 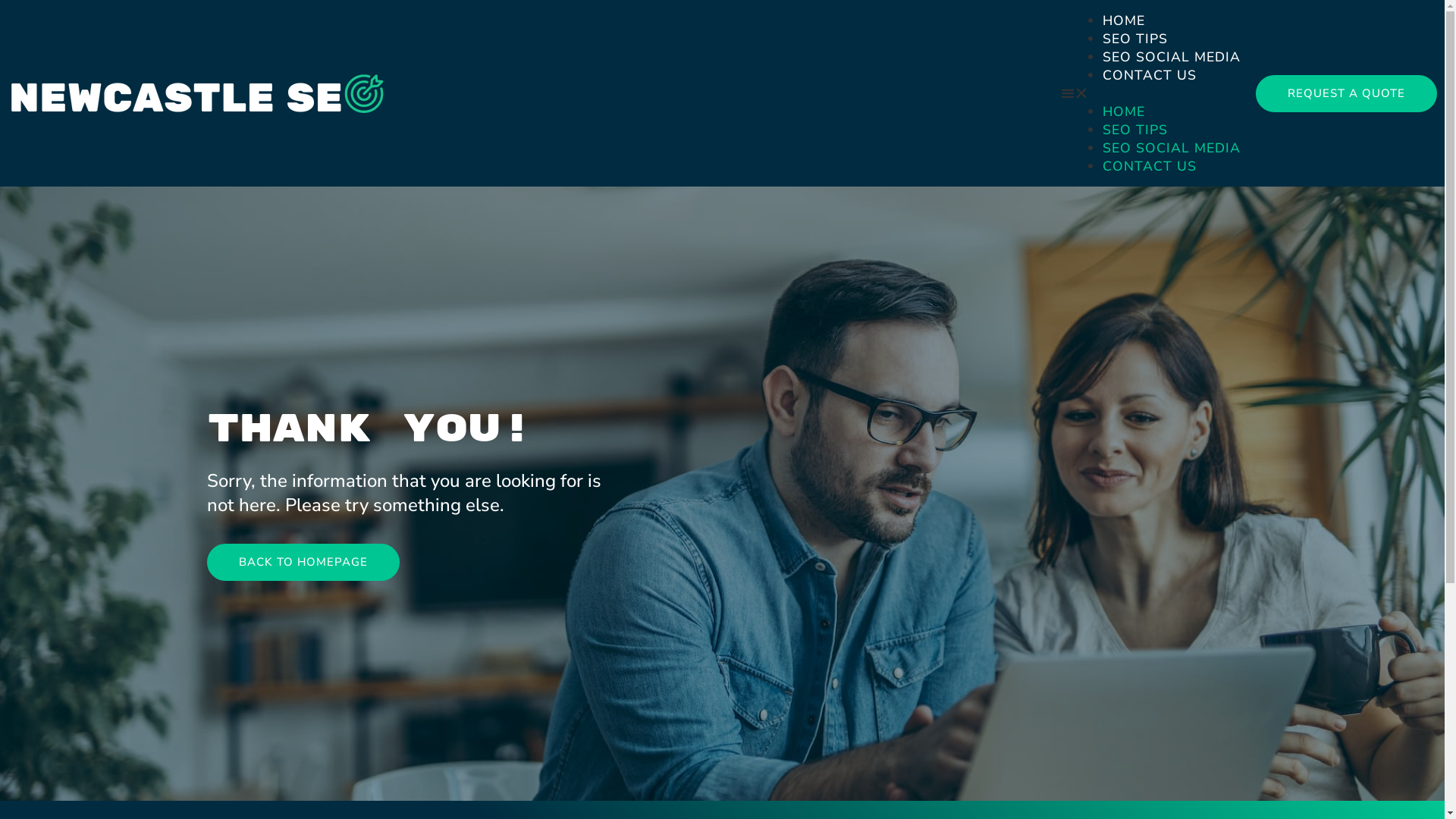 What do you see at coordinates (1171, 55) in the screenshot?
I see `'SEO SOCIAL MEDIA'` at bounding box center [1171, 55].